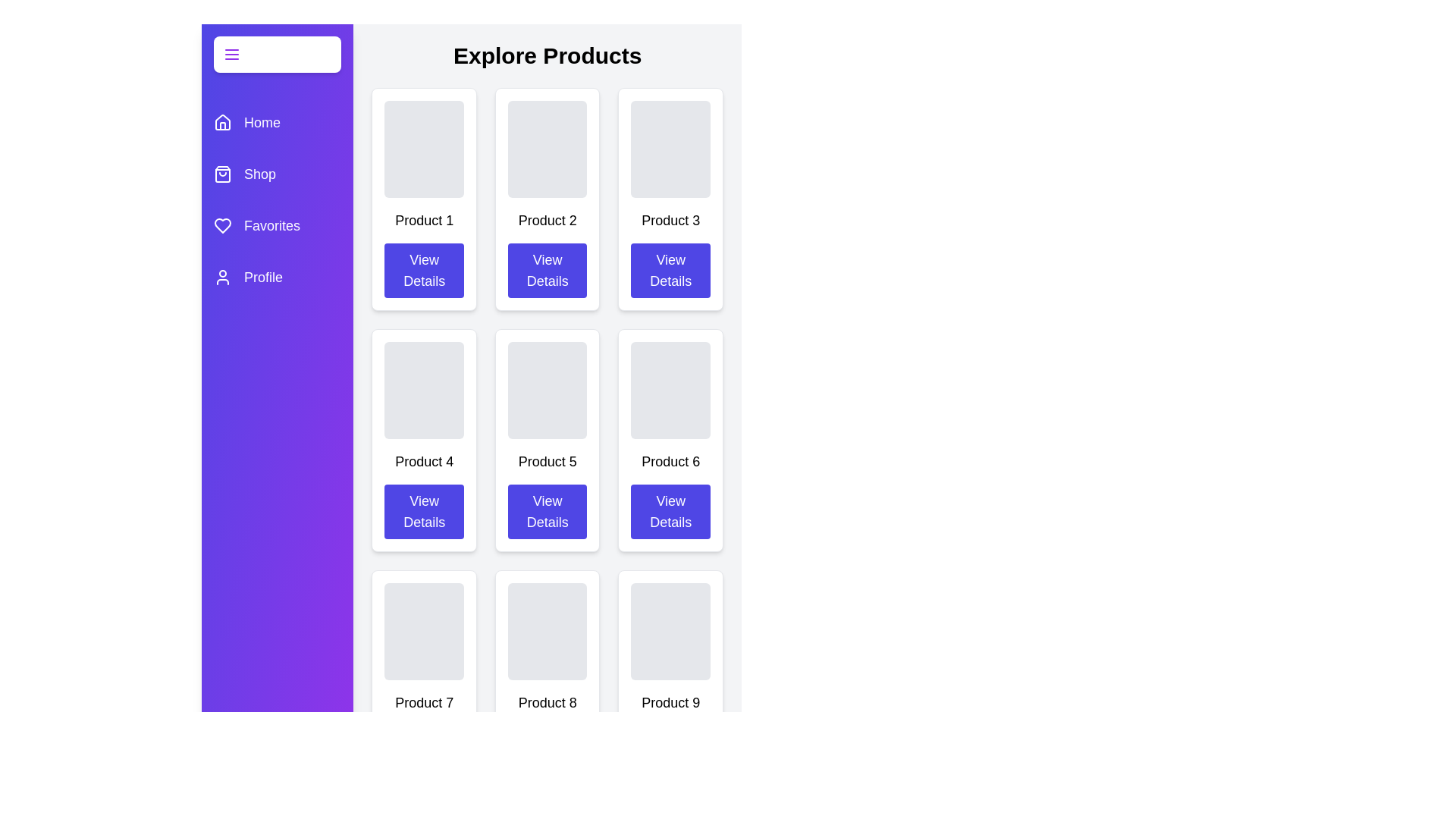  I want to click on the menu button to toggle the drawer, so click(277, 54).